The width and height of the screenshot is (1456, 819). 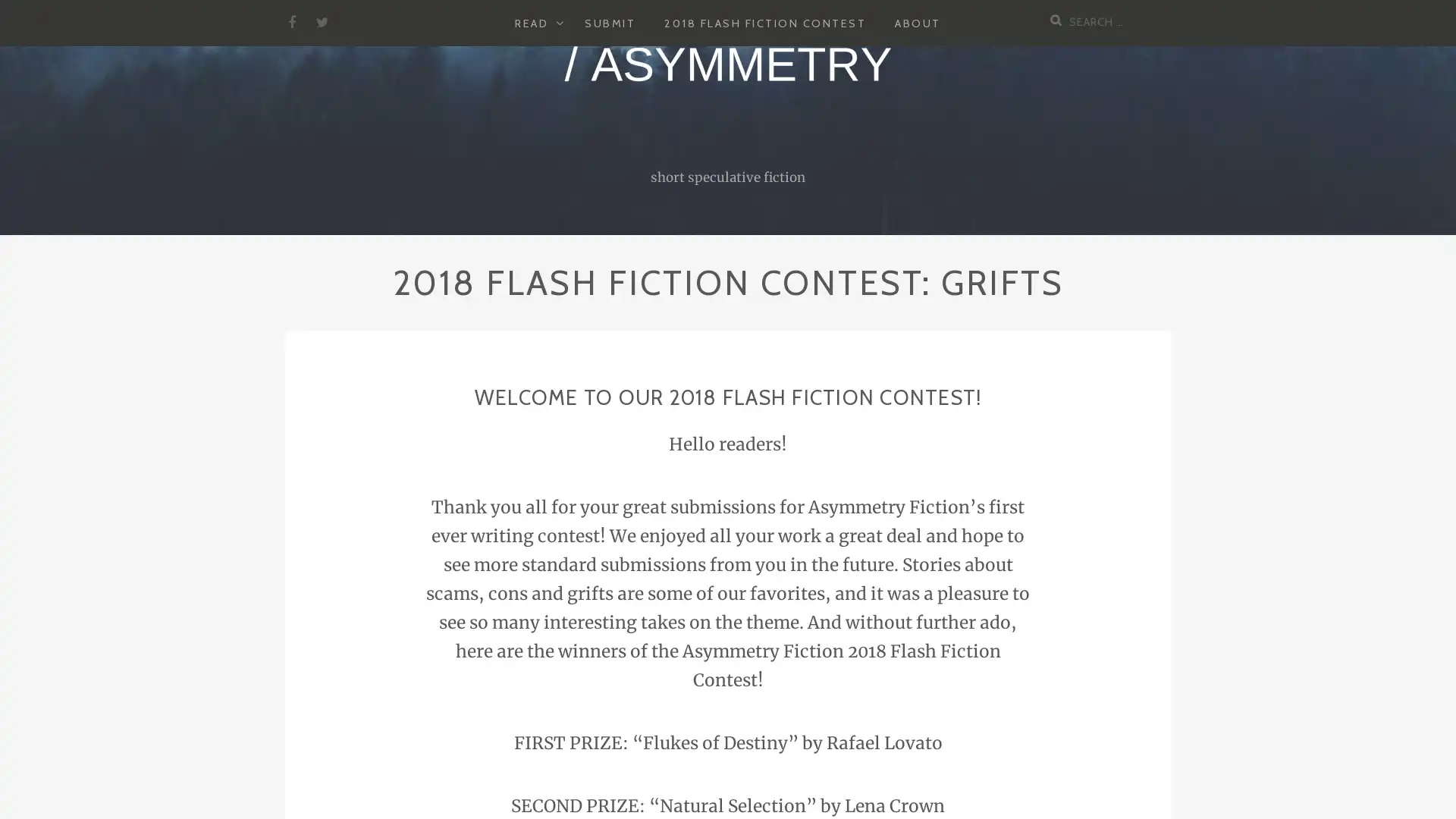 What do you see at coordinates (1057, 20) in the screenshot?
I see `Search` at bounding box center [1057, 20].